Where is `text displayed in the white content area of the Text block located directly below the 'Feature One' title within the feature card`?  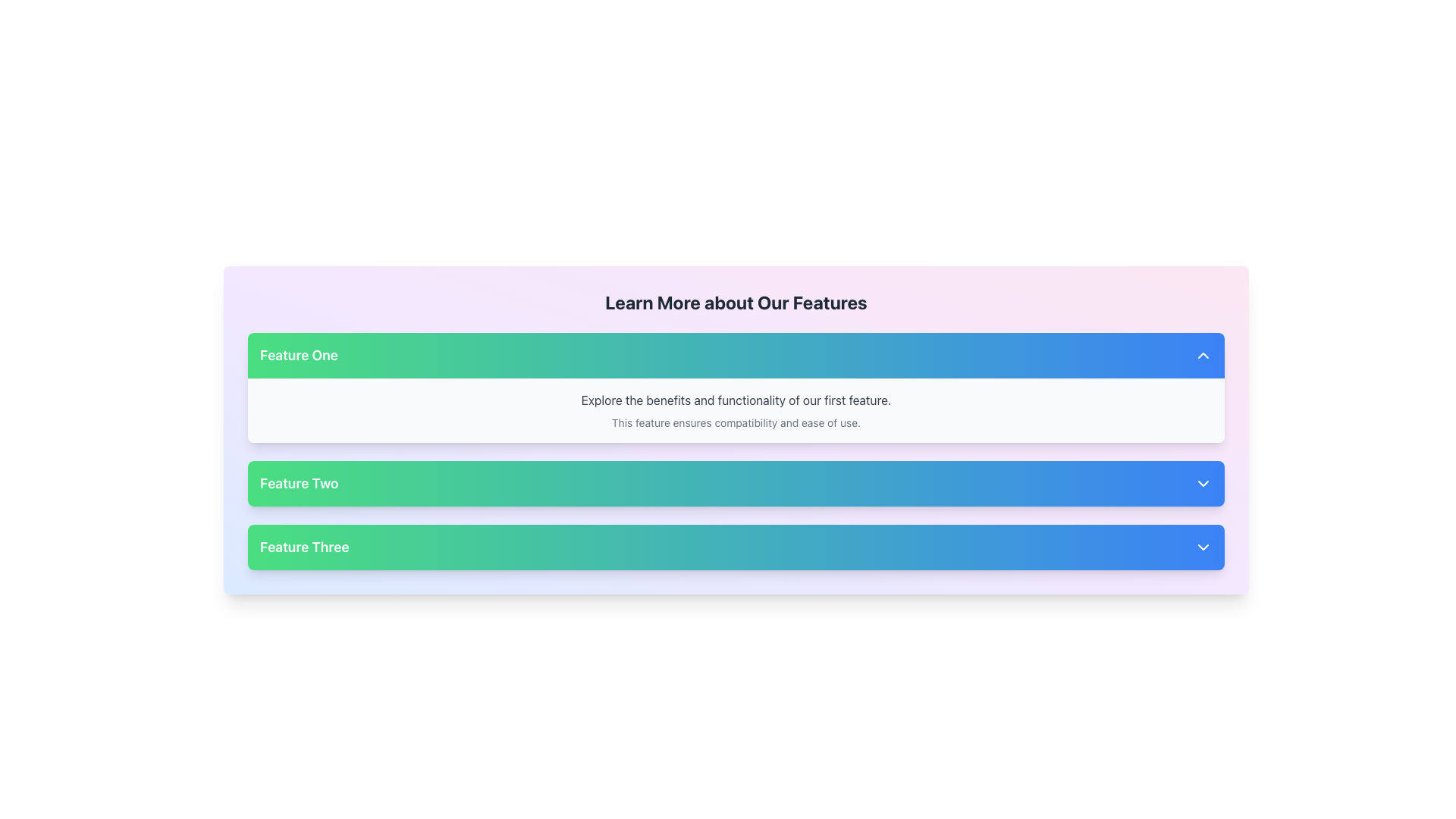
text displayed in the white content area of the Text block located directly below the 'Feature One' title within the feature card is located at coordinates (736, 409).